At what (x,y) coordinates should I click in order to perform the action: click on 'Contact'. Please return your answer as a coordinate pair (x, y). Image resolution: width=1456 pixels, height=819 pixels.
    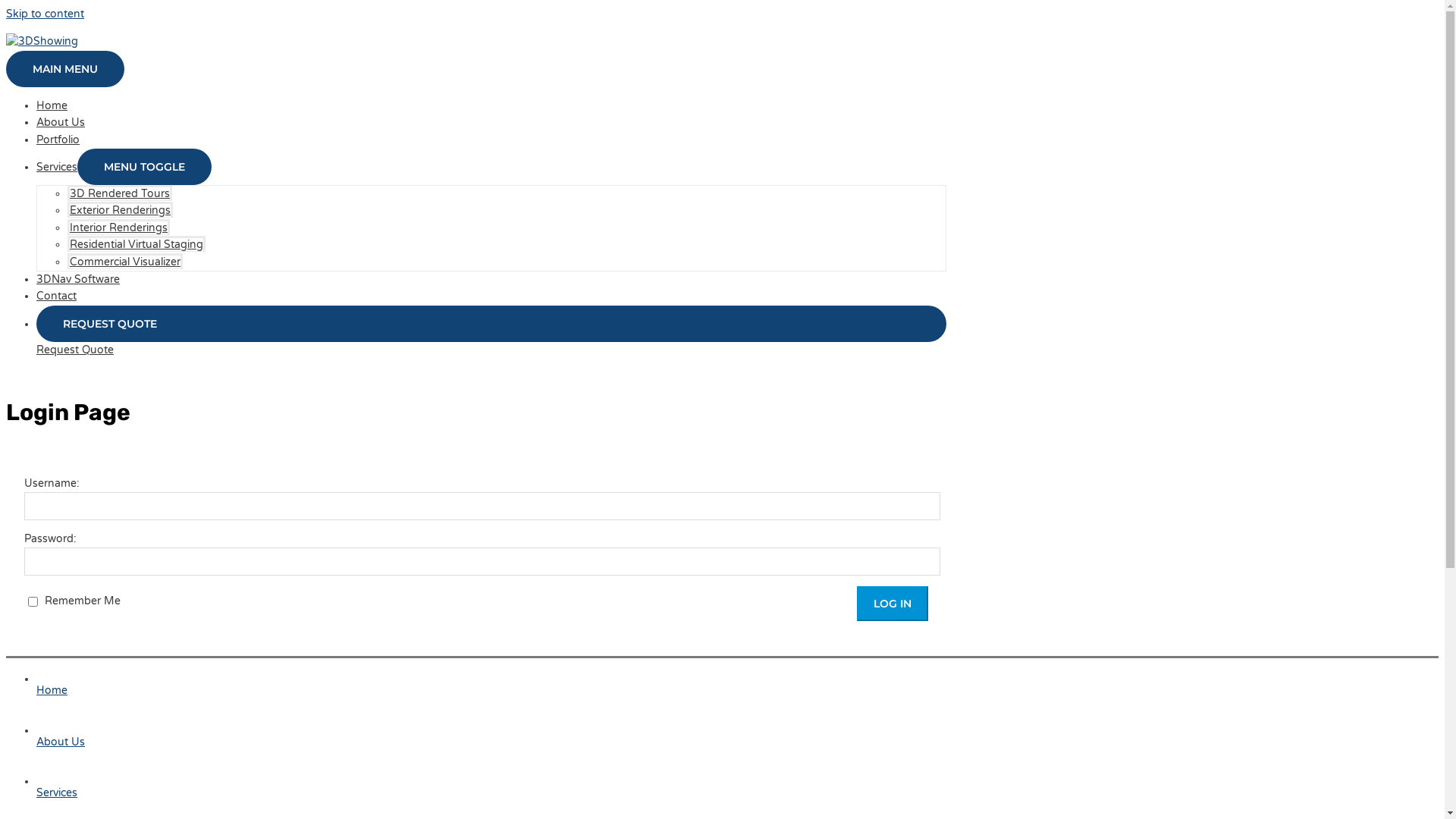
    Looking at the image, I should click on (56, 296).